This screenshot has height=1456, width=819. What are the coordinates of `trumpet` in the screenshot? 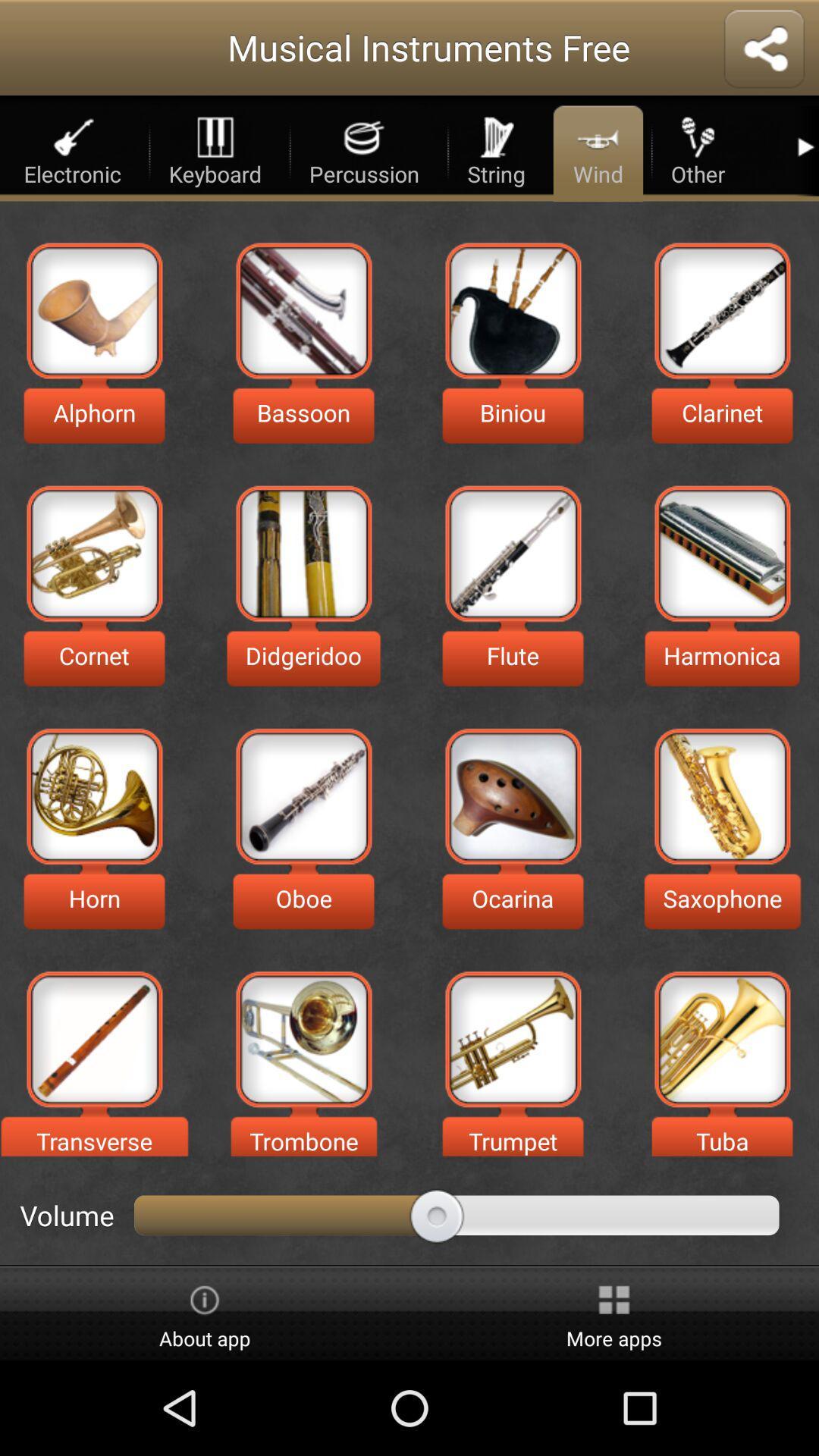 It's located at (512, 1038).